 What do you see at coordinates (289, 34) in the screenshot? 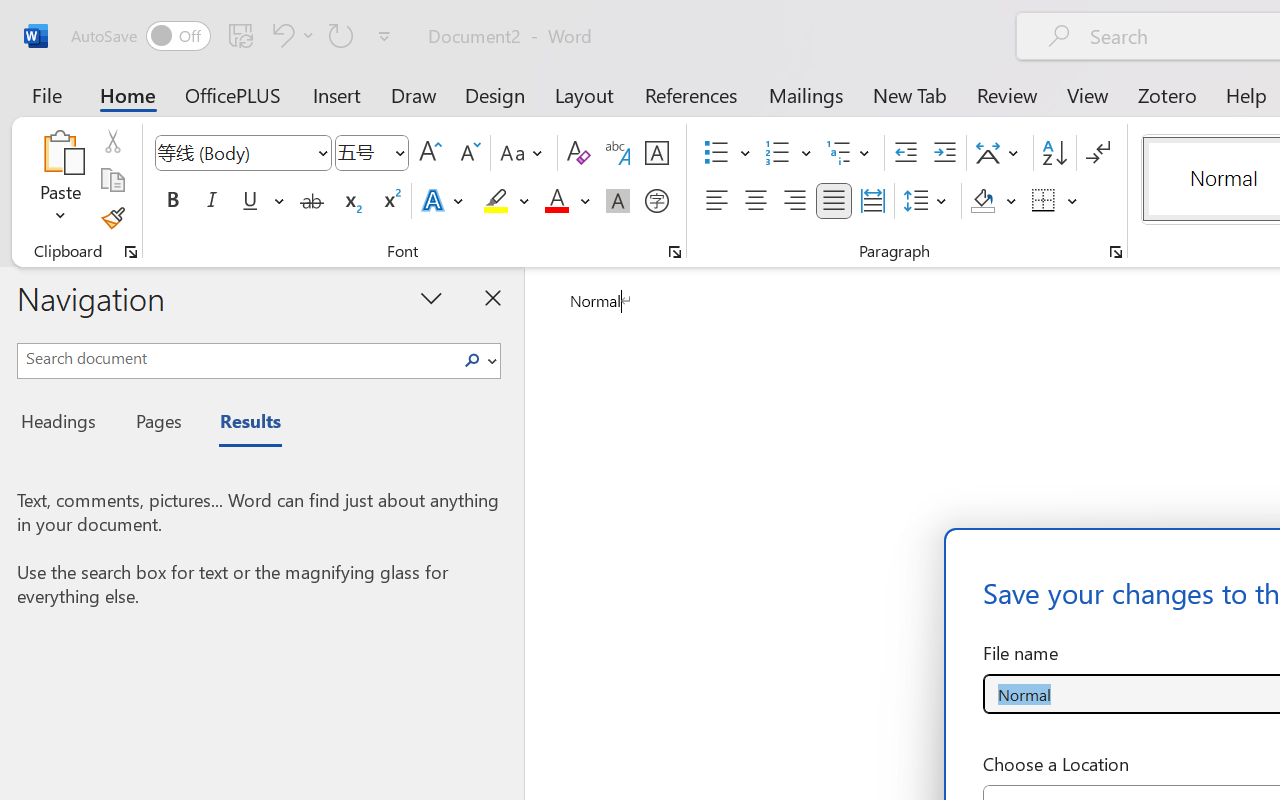
I see `'Undo Apply Quick Style'` at bounding box center [289, 34].